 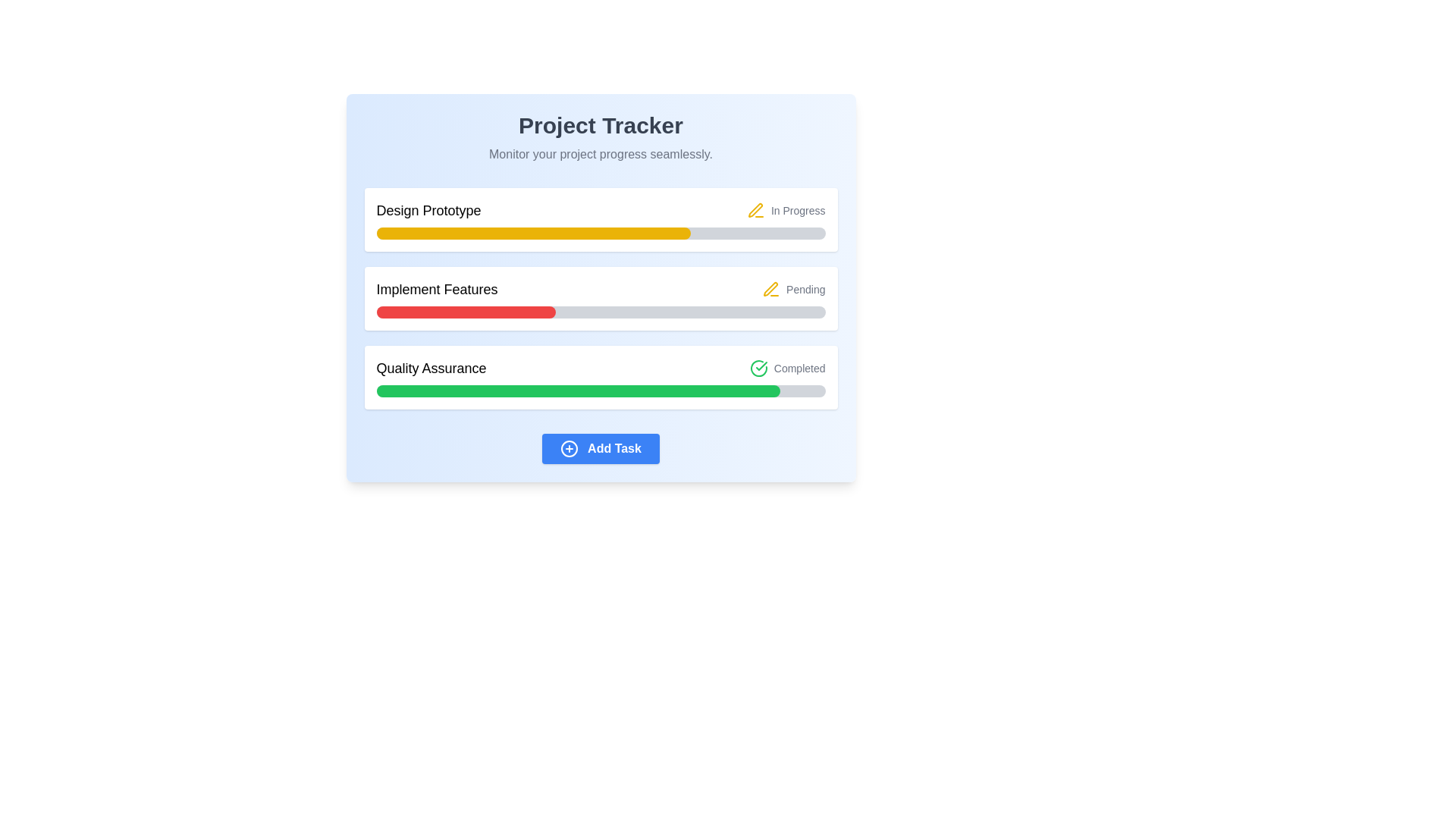 What do you see at coordinates (600, 219) in the screenshot?
I see `the task title of the Information card labeled 'Design Prototype', which is the first item in a list of tasks and includes a progress bar and status indicator` at bounding box center [600, 219].